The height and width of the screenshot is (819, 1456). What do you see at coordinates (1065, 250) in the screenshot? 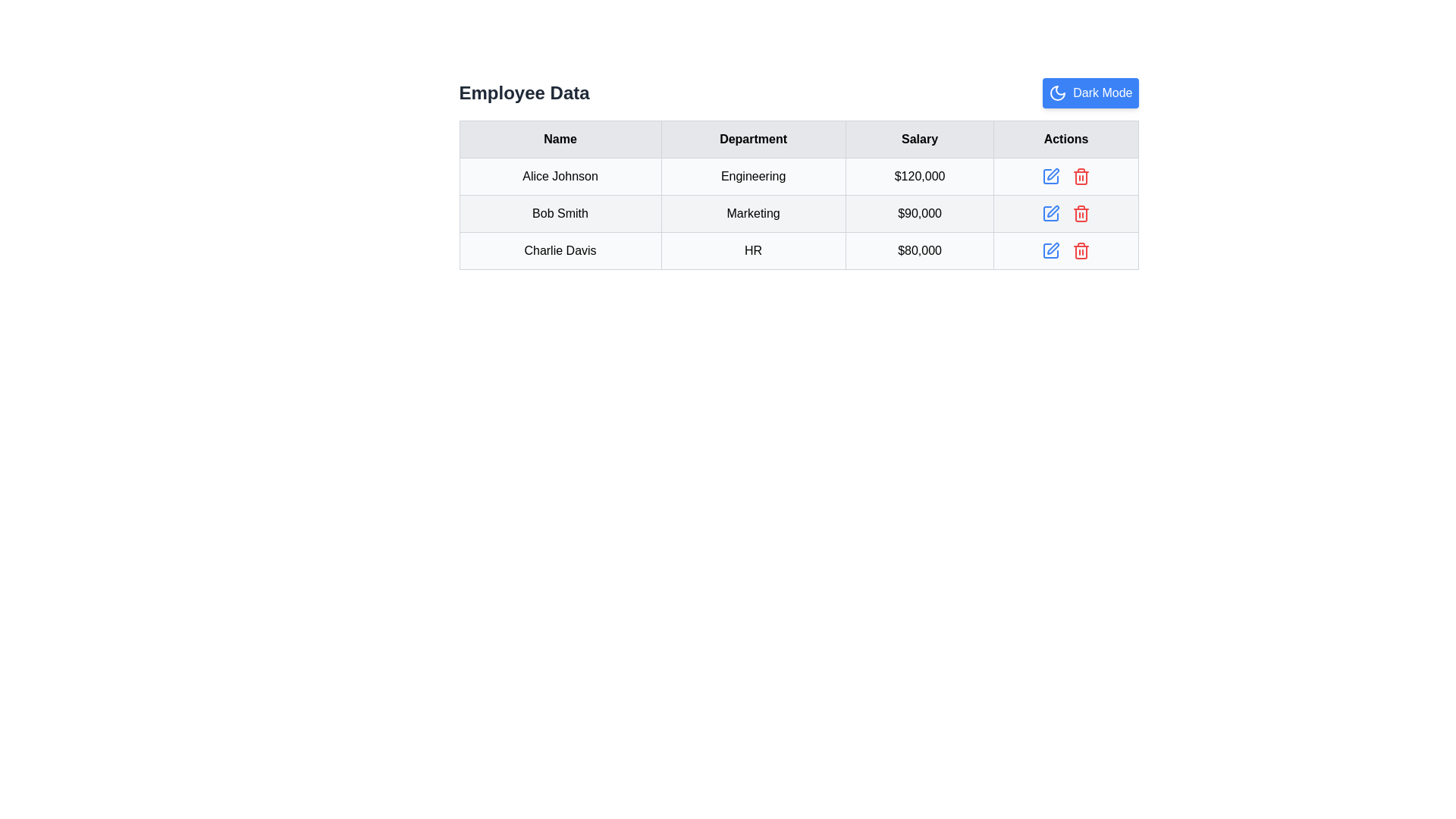
I see `the blue edit icon located in the last column of the last row of the table to initiate editing` at bounding box center [1065, 250].